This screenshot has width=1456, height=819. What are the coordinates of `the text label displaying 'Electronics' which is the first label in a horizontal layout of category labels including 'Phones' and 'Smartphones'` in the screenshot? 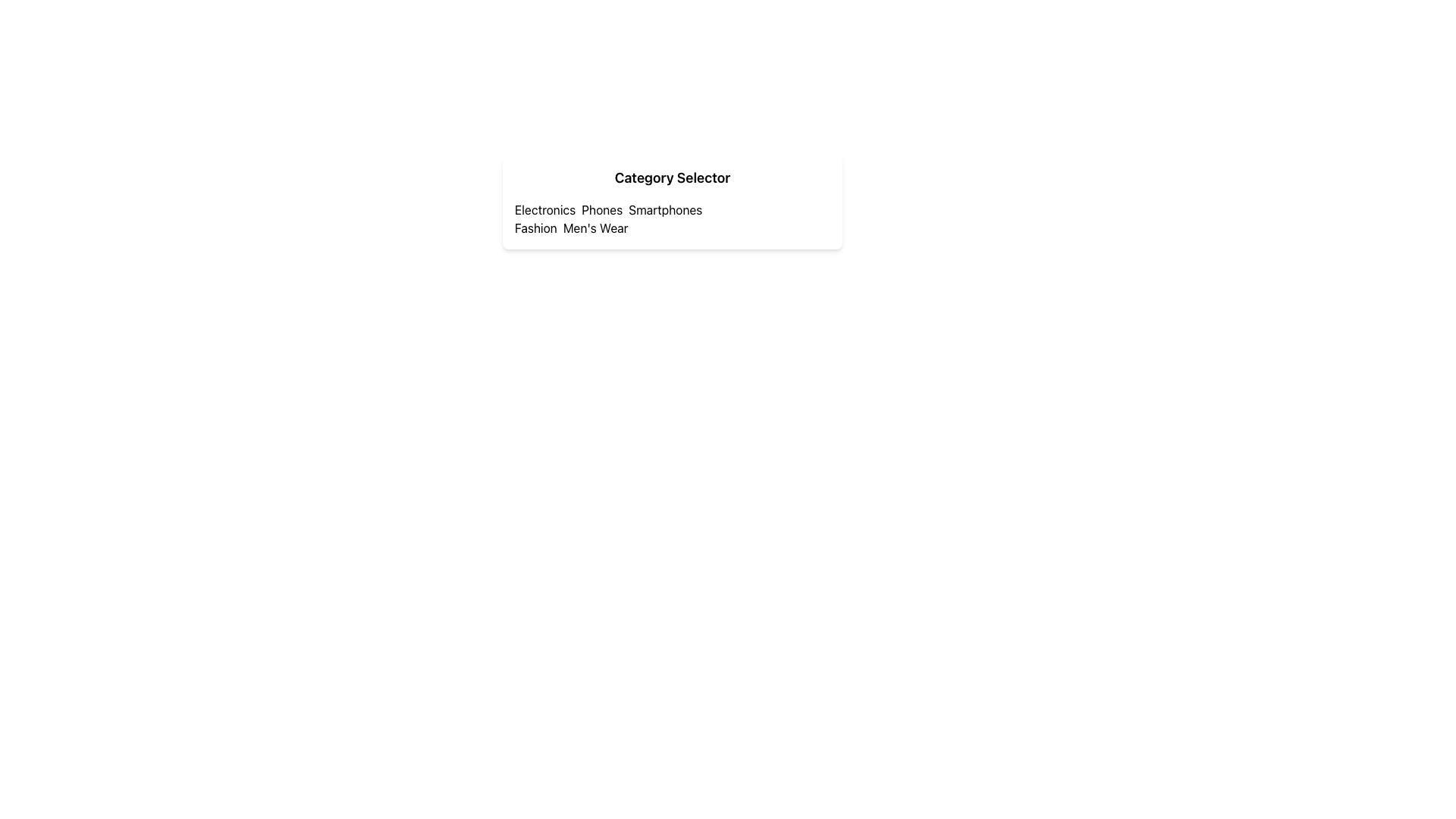 It's located at (545, 210).